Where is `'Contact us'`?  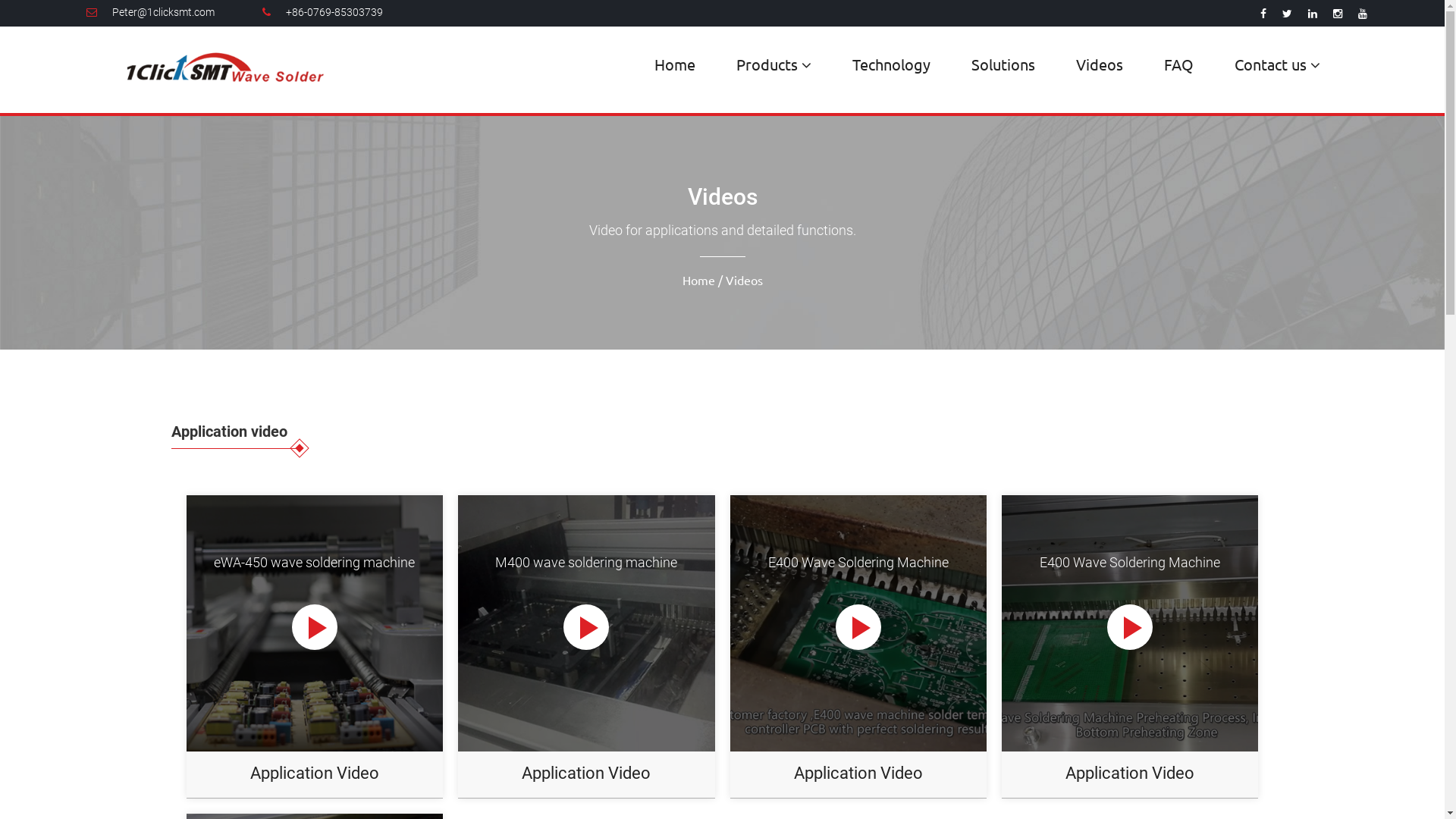 'Contact us' is located at coordinates (1276, 64).